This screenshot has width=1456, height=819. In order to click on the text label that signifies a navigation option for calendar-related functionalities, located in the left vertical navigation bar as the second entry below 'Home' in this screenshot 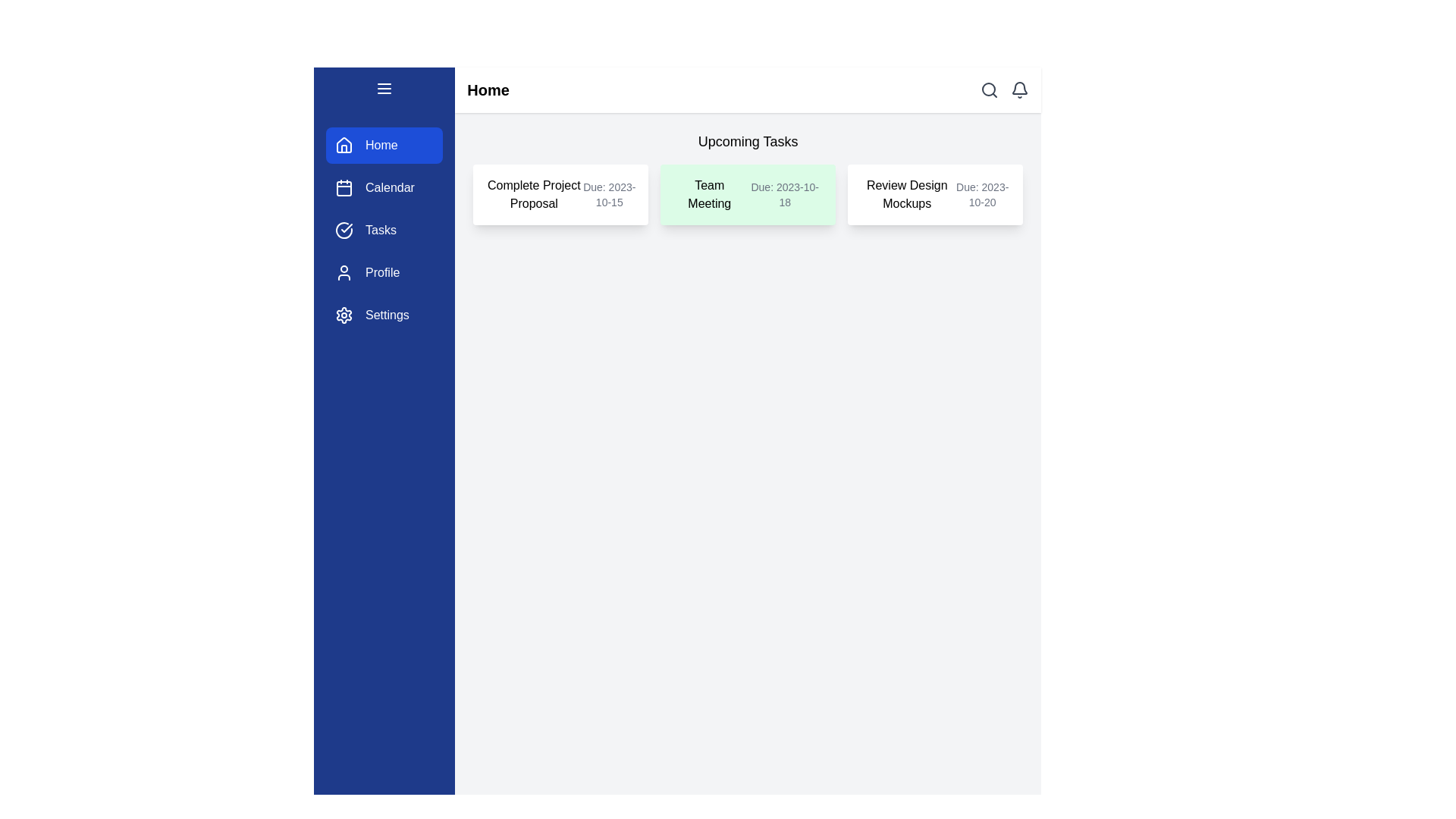, I will do `click(390, 187)`.